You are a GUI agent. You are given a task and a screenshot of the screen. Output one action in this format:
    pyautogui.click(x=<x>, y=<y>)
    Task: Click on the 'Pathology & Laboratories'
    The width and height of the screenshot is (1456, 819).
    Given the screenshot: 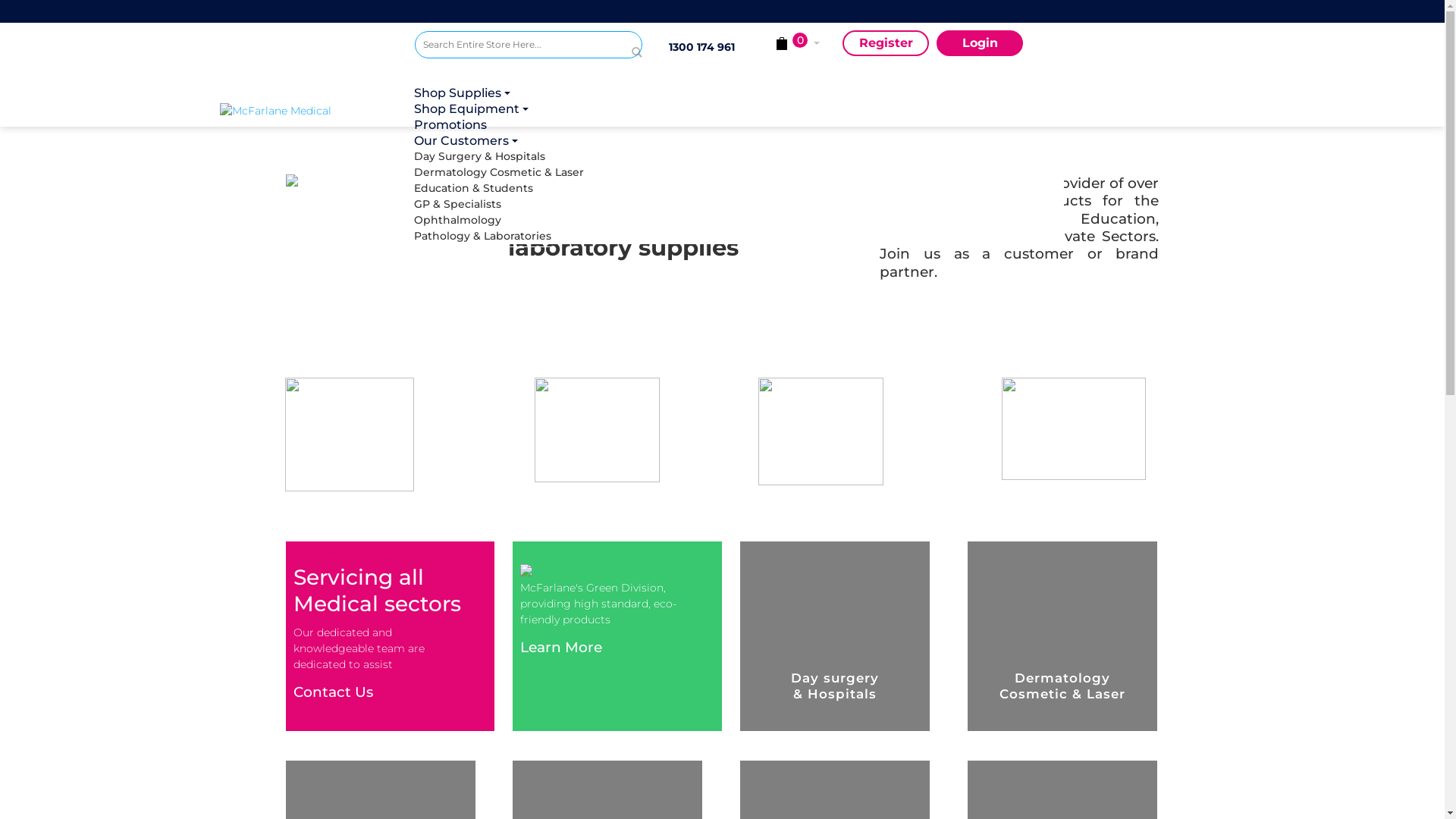 What is the action you would take?
    pyautogui.click(x=482, y=236)
    